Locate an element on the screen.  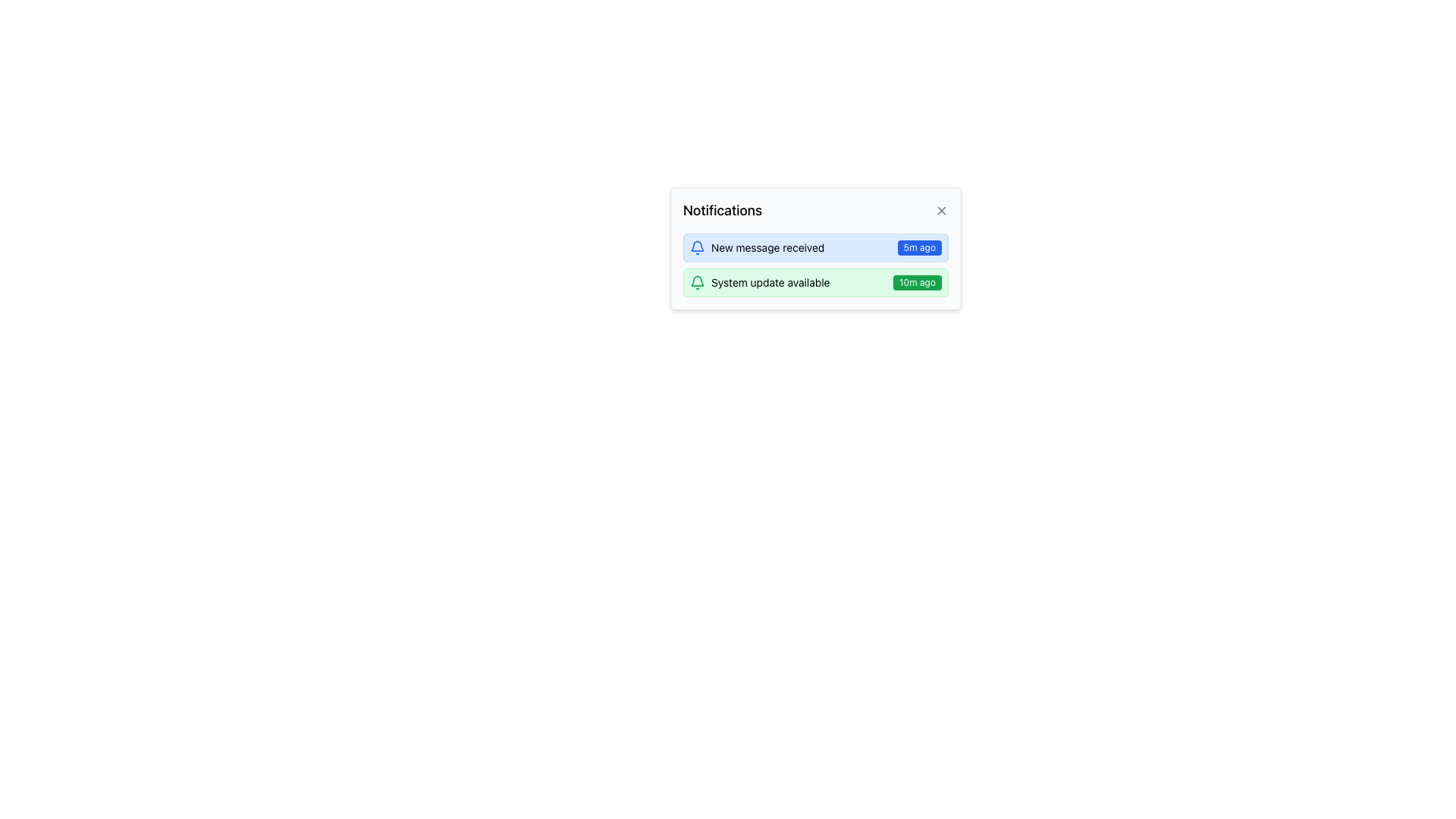
the top notification entry that displays a message received, indicated by a bell icon, positioned above the 'System update available' notification is located at coordinates (814, 247).